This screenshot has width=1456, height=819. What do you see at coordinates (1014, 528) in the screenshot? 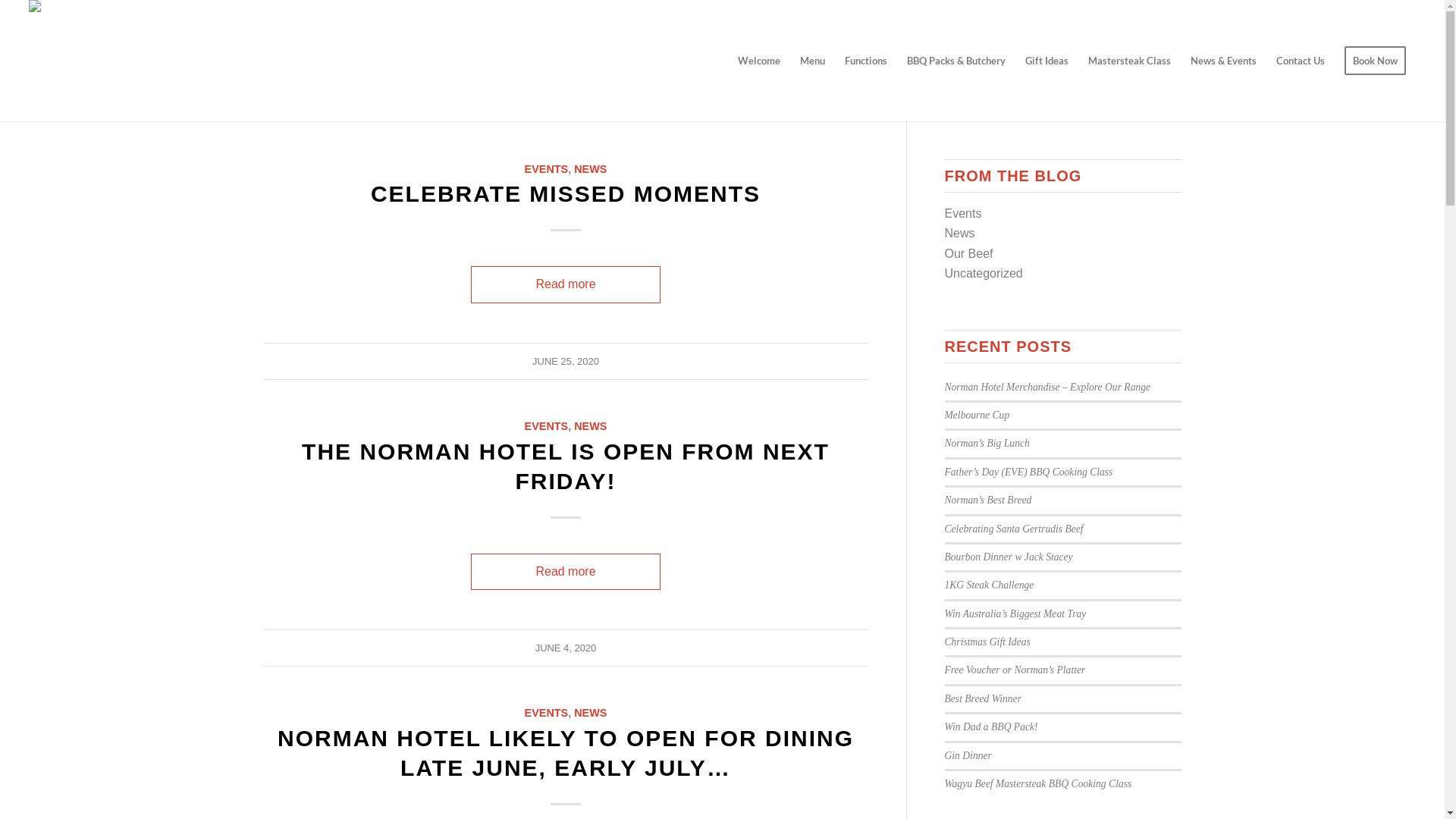
I see `'Celebrating Santa Gertrudis Beef'` at bounding box center [1014, 528].